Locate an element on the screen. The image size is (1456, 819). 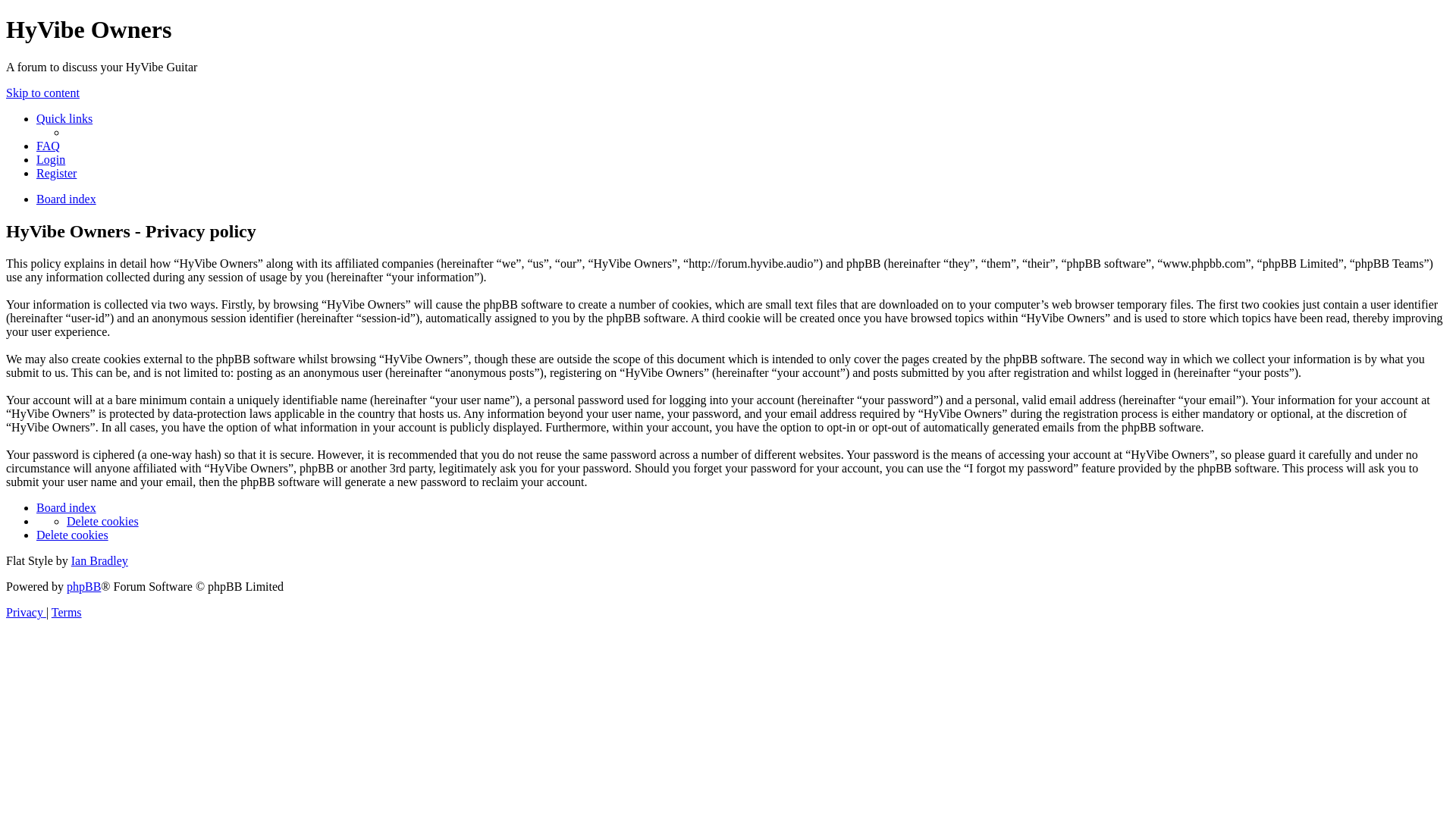
'Delete cookies' is located at coordinates (65, 520).